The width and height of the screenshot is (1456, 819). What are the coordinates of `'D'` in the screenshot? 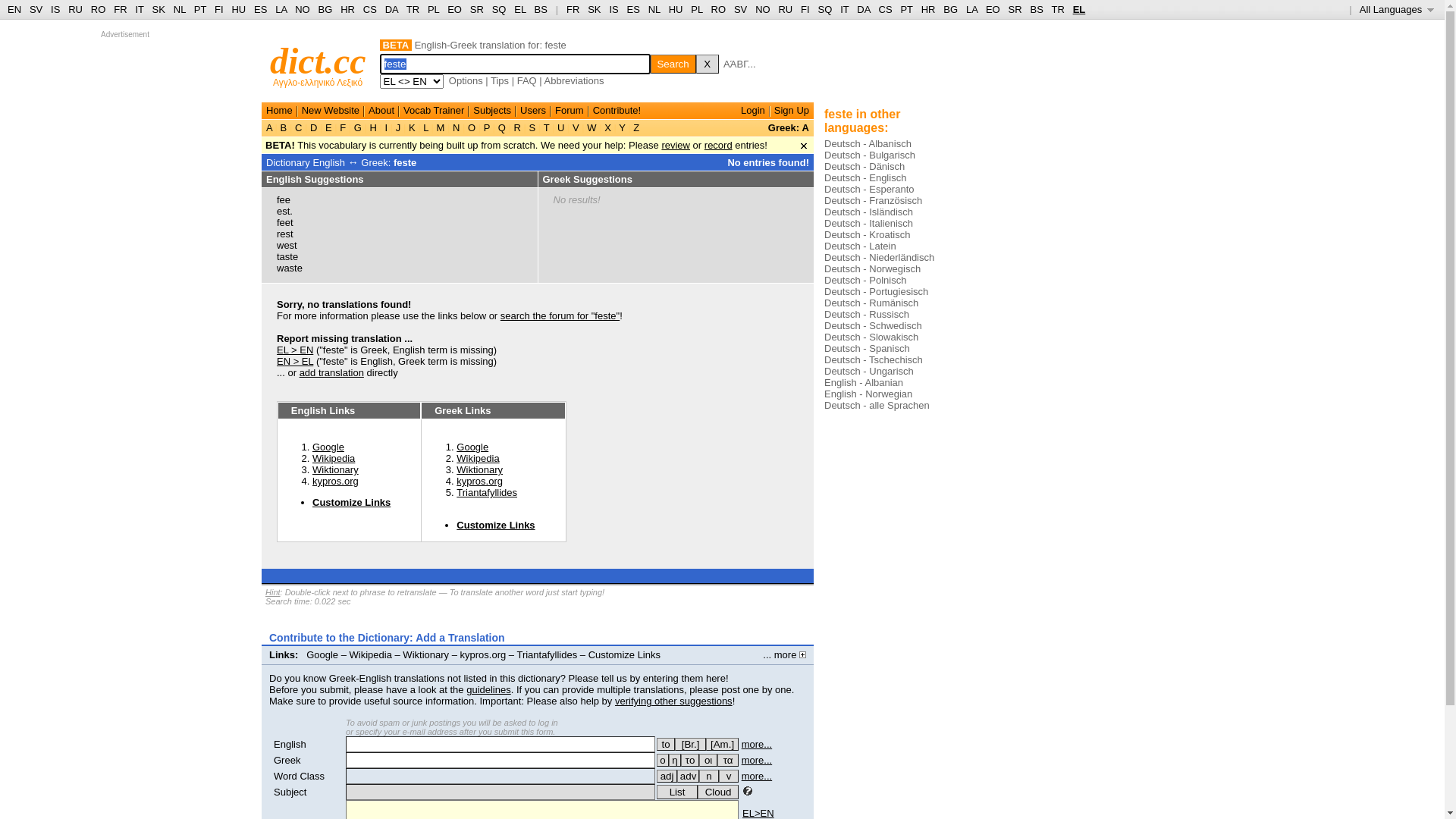 It's located at (312, 127).